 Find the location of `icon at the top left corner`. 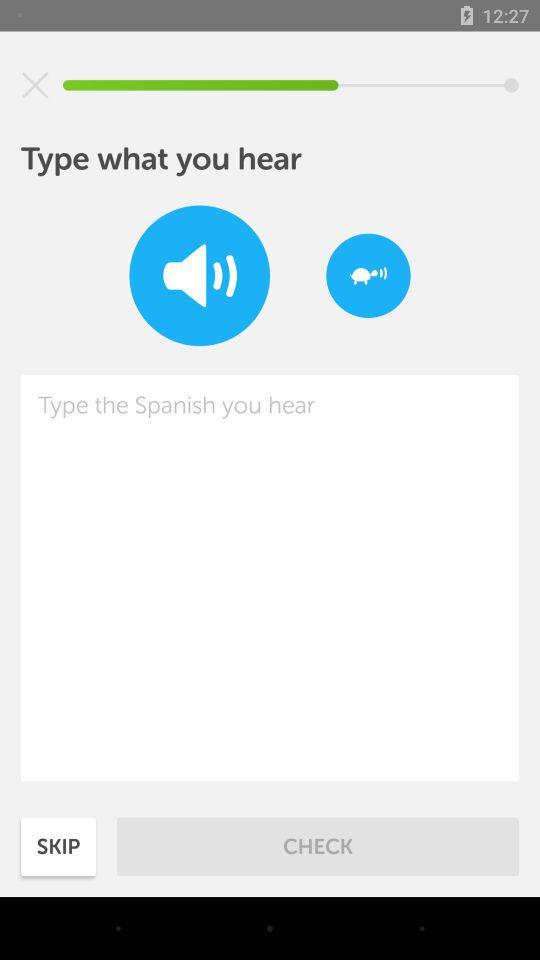

icon at the top left corner is located at coordinates (35, 85).